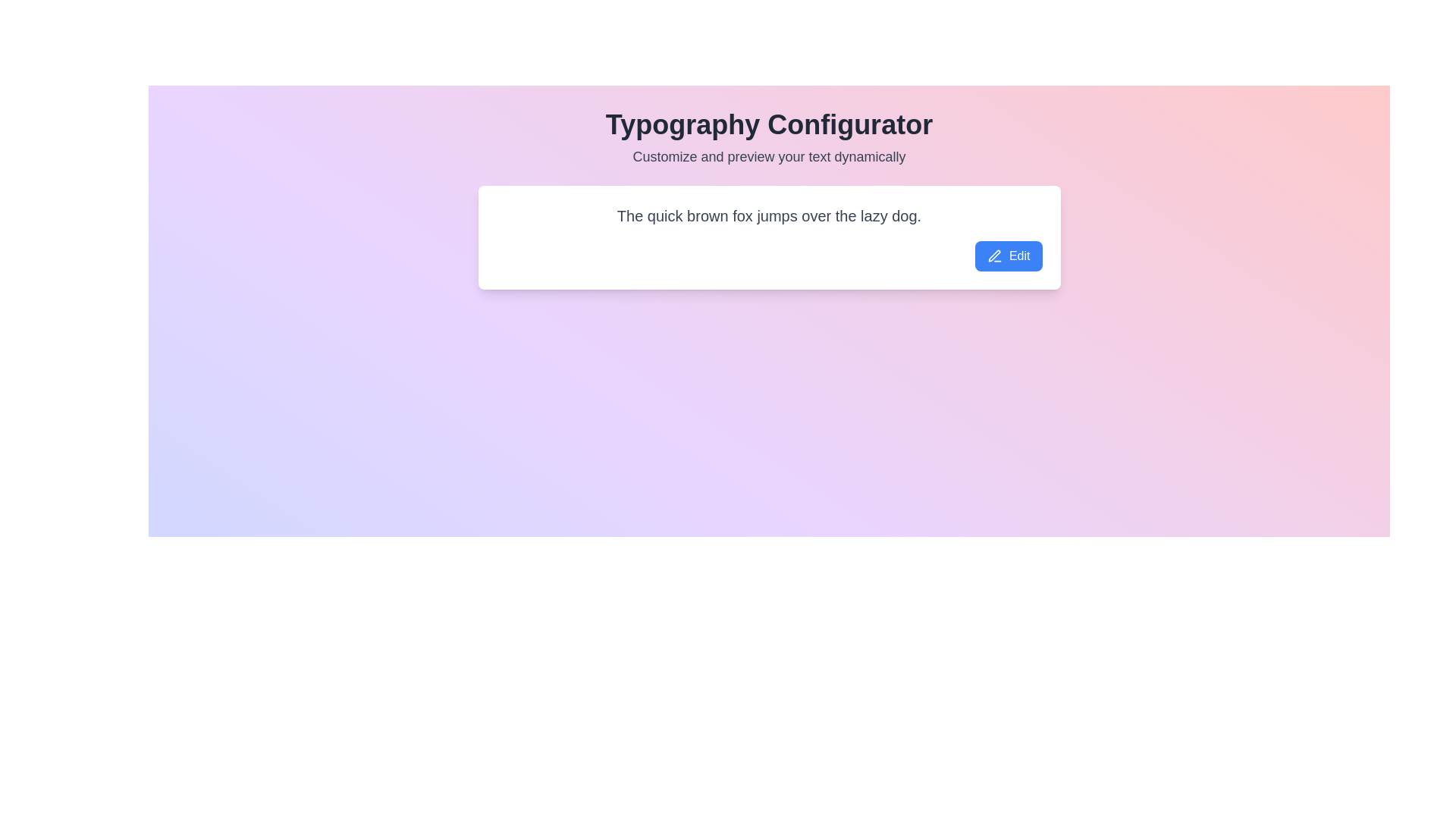  I want to click on the 'Edit' button, which has a blue background and white text with a pen icon, to observe the background color change, so click(1009, 255).